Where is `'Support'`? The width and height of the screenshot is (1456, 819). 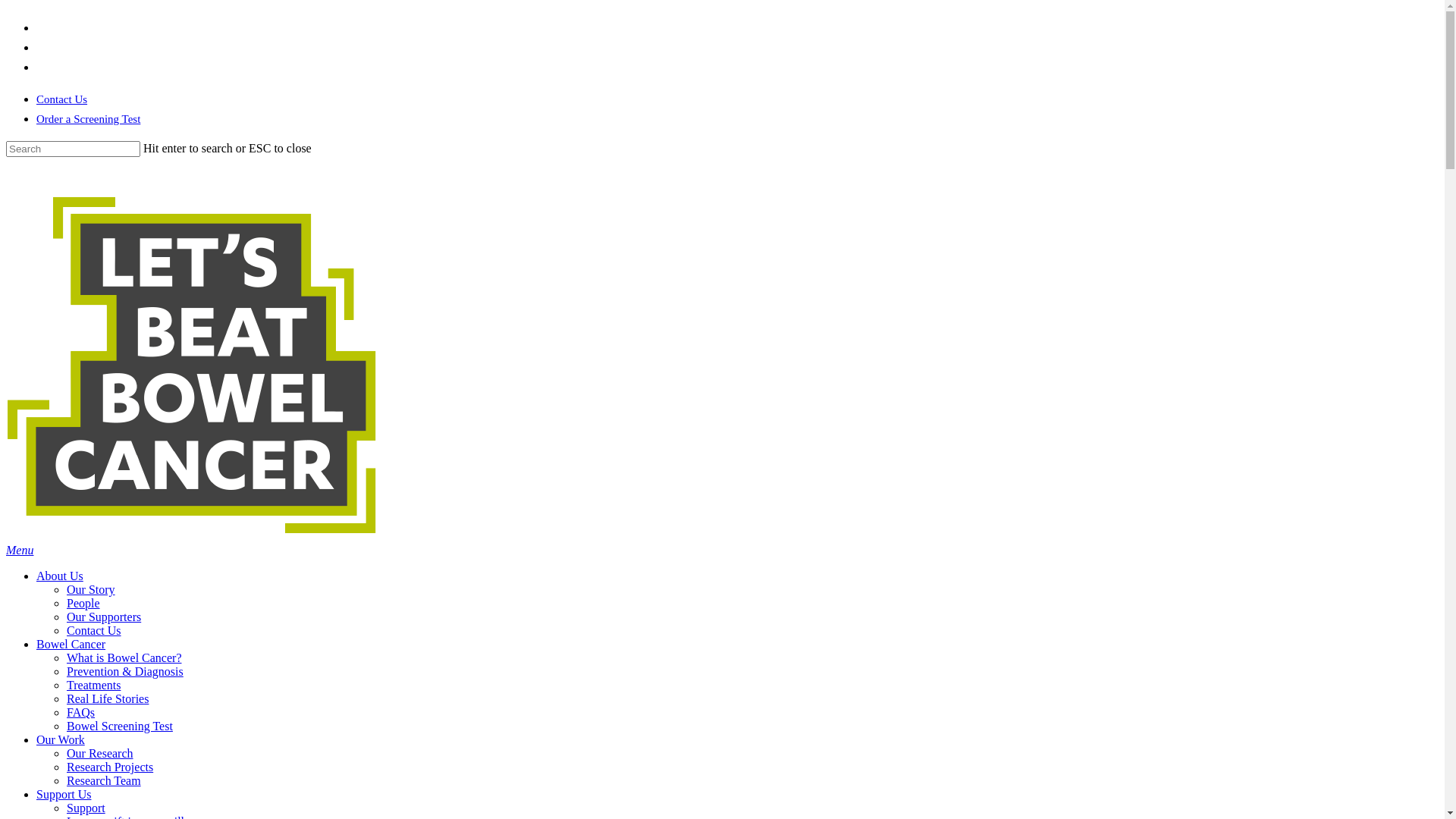
'Support' is located at coordinates (85, 807).